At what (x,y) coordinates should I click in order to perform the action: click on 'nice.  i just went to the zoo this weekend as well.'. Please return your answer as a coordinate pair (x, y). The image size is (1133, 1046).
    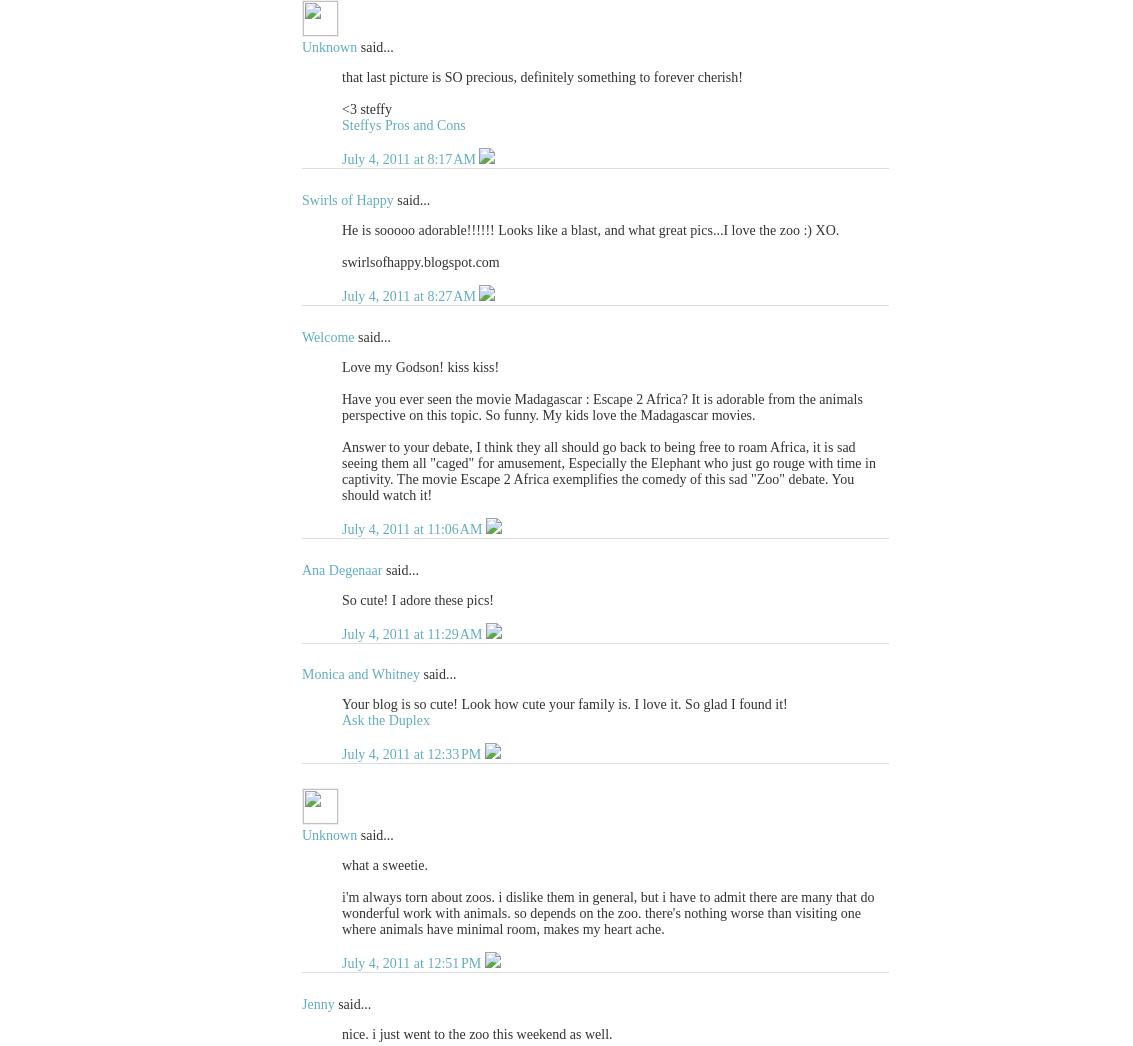
    Looking at the image, I should click on (475, 1034).